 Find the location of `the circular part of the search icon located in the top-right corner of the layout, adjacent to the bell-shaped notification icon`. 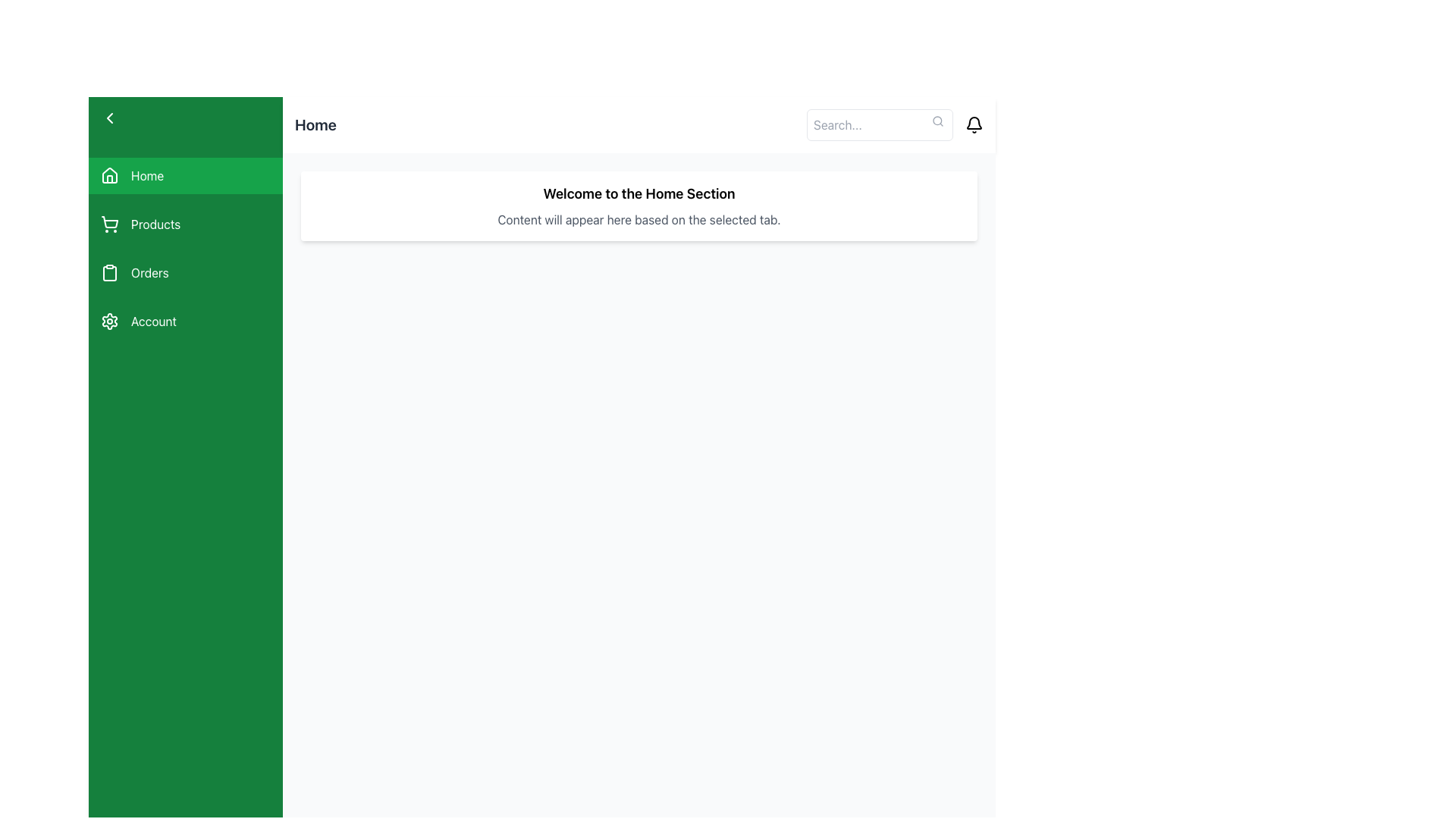

the circular part of the search icon located in the top-right corner of the layout, adjacent to the bell-shaped notification icon is located at coordinates (937, 120).